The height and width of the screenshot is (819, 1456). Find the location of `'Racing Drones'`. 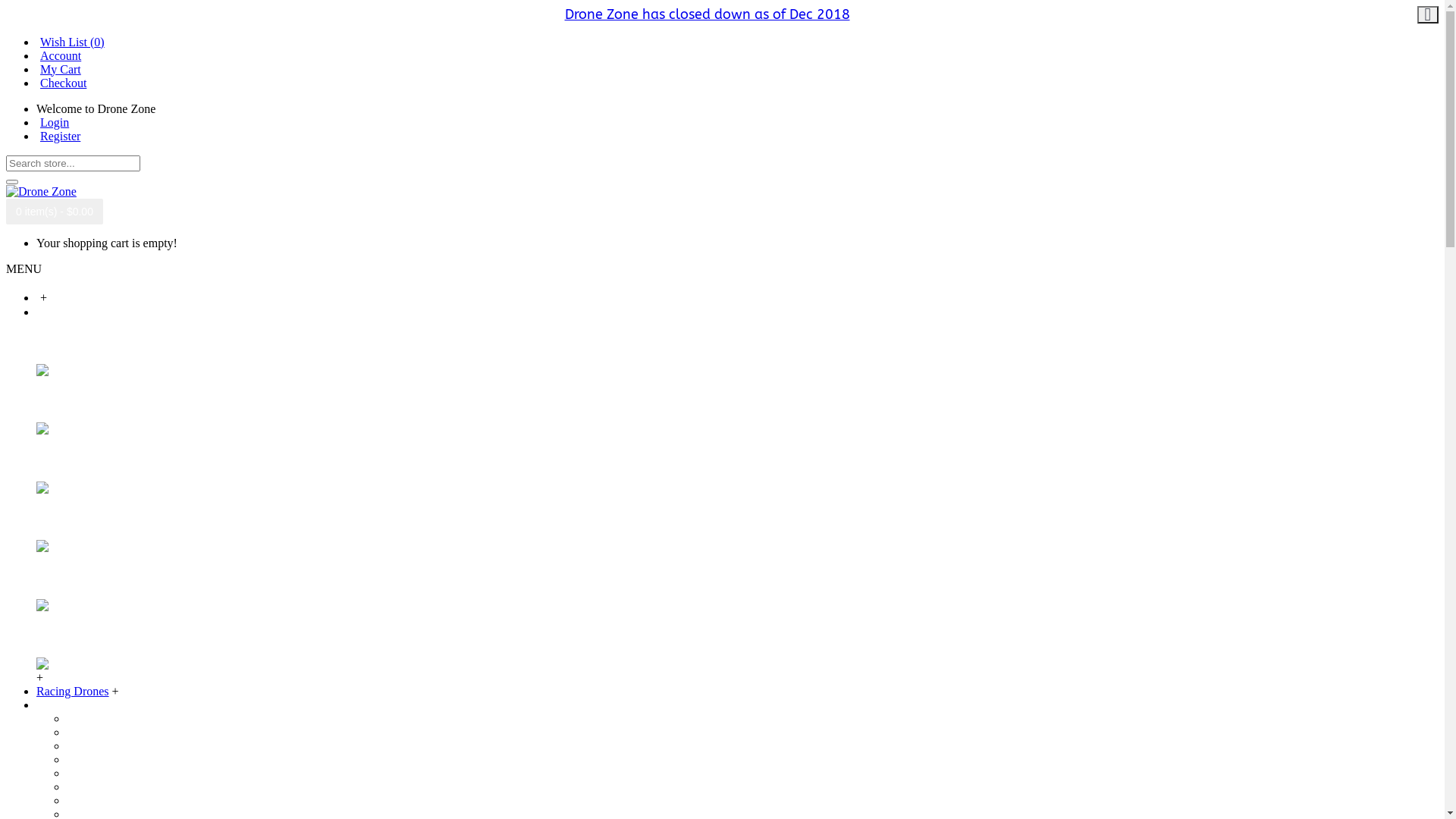

'Racing Drones' is located at coordinates (72, 691).